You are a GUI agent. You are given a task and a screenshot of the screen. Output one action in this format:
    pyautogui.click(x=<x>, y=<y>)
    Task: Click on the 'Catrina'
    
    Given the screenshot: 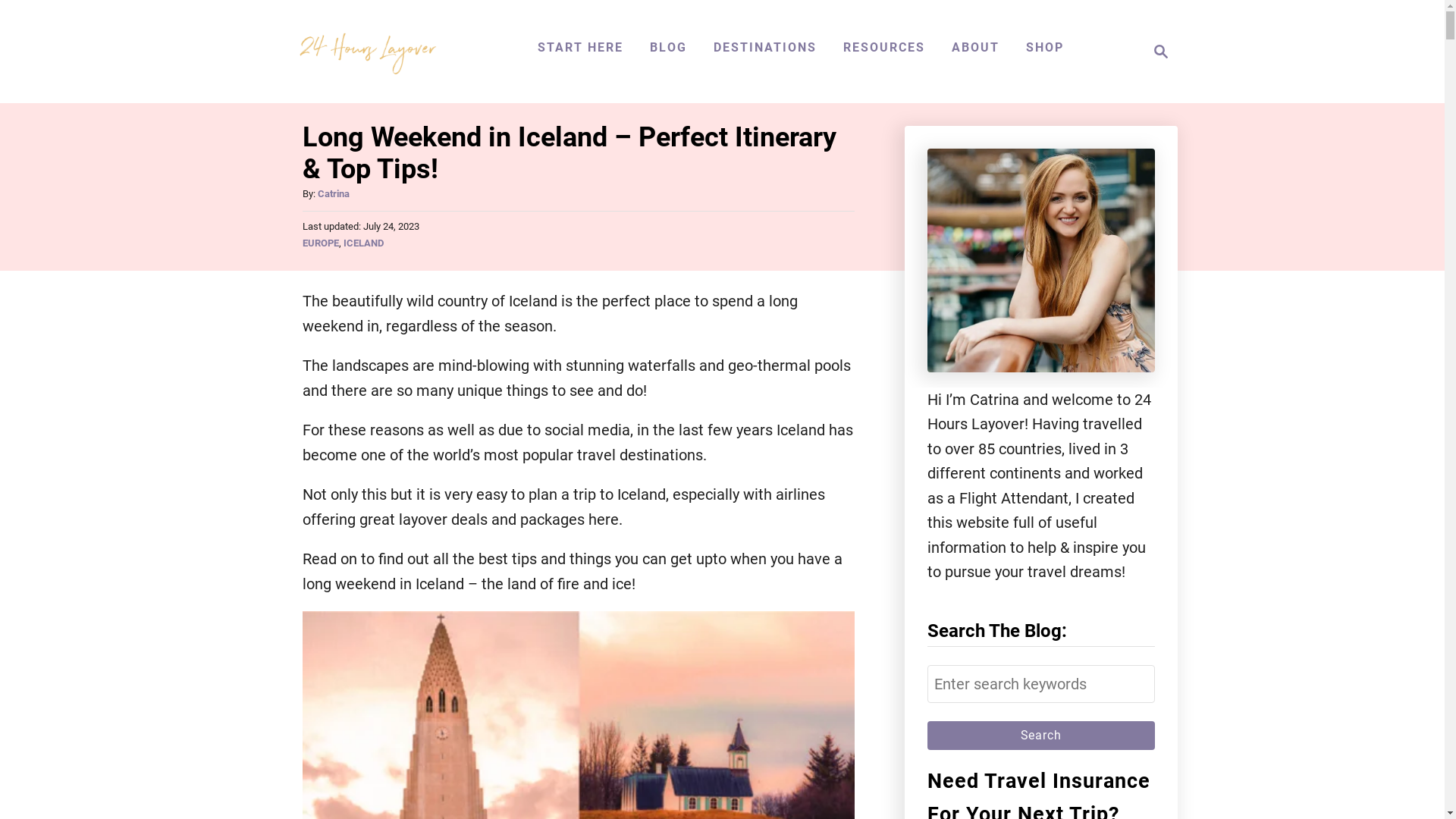 What is the action you would take?
    pyautogui.click(x=331, y=193)
    